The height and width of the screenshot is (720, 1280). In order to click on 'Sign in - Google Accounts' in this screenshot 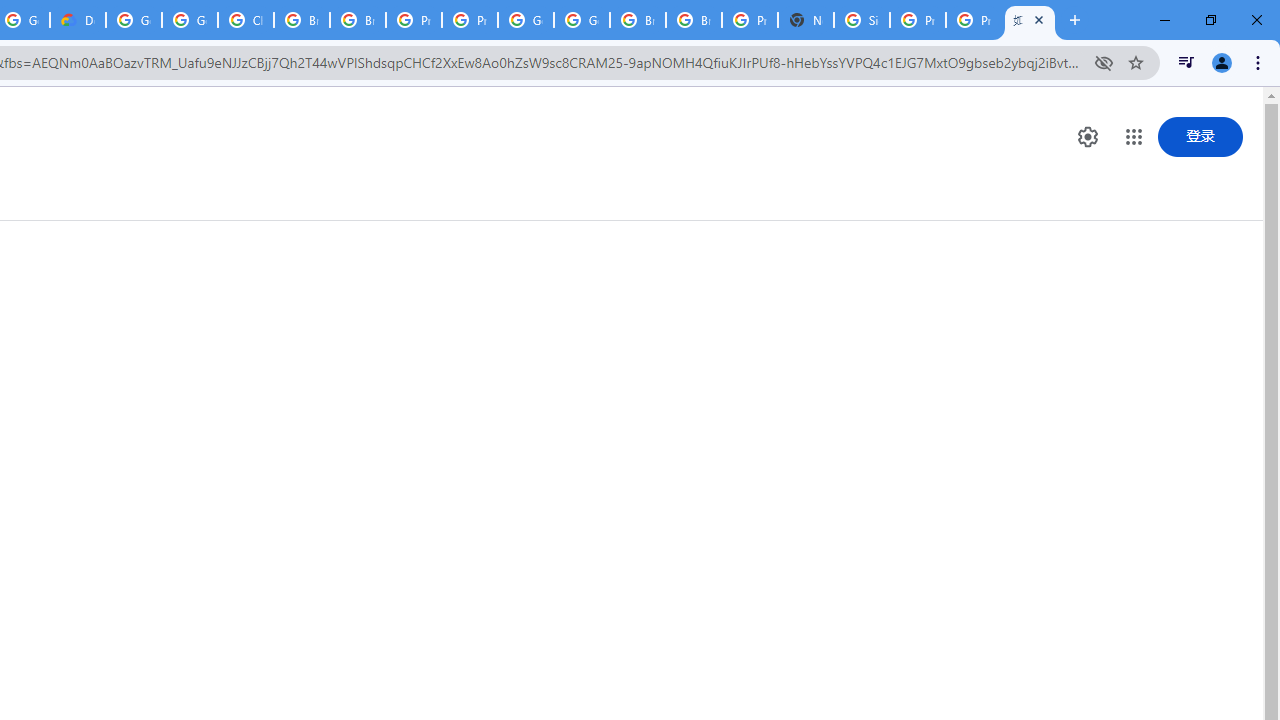, I will do `click(862, 20)`.